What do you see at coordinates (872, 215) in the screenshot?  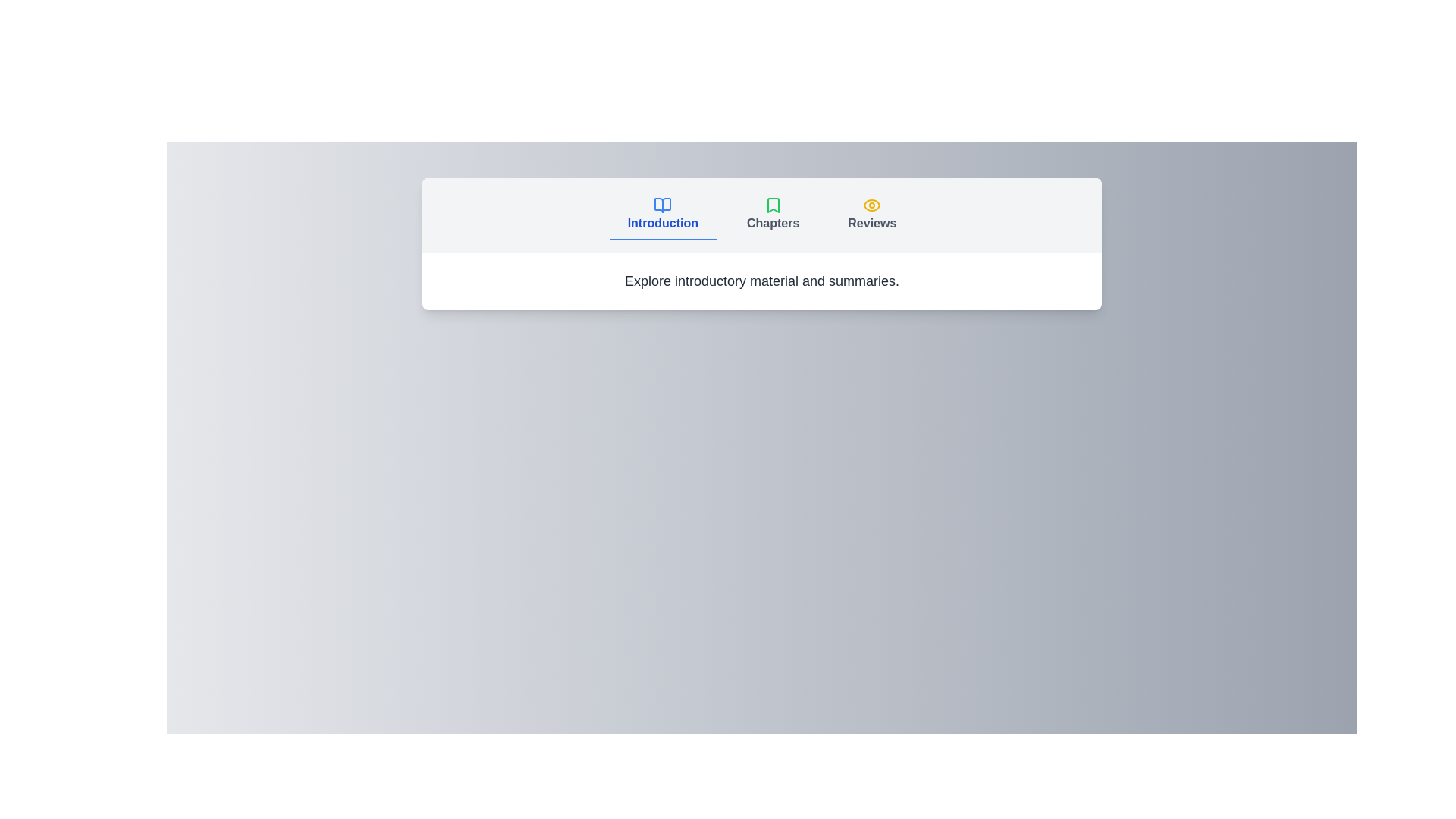 I see `the Reviews tab by clicking its associated button` at bounding box center [872, 215].